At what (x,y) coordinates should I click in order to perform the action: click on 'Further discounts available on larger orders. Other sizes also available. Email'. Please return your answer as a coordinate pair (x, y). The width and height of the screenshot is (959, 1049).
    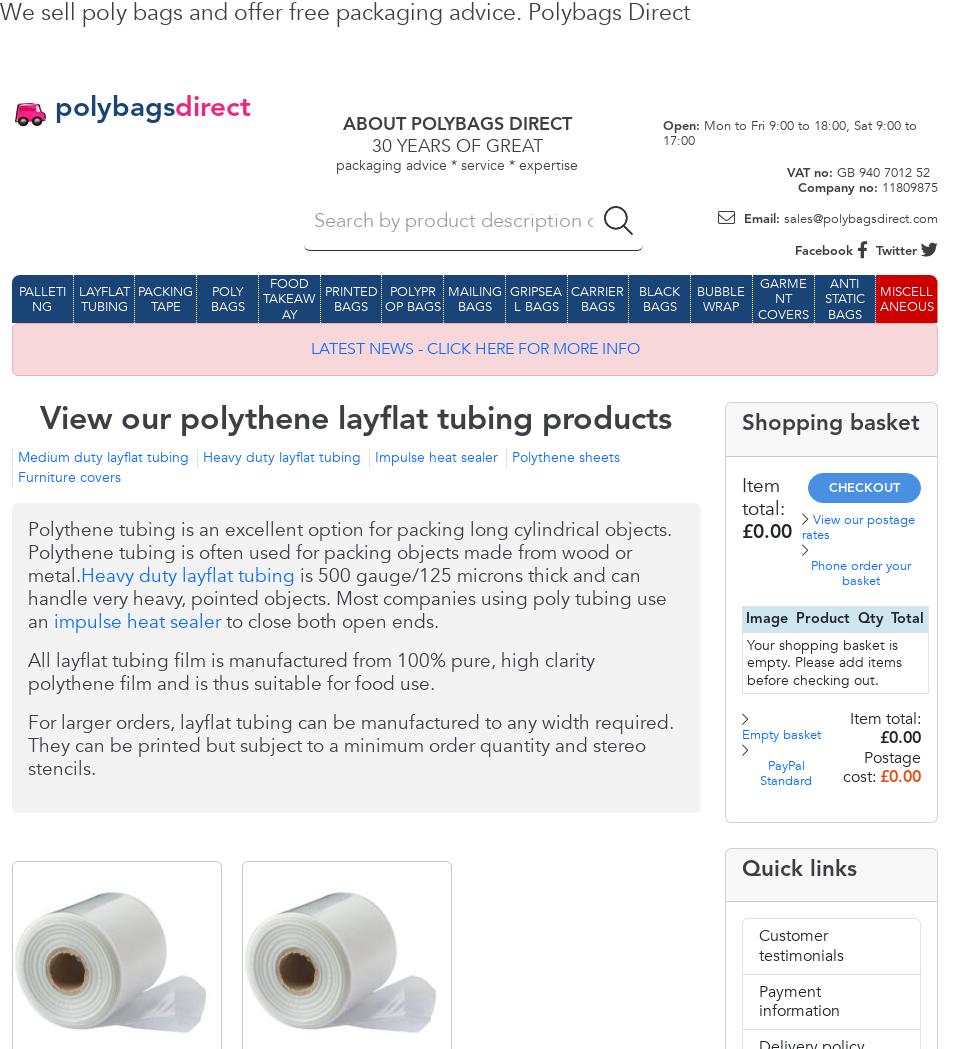
    Looking at the image, I should click on (355, 955).